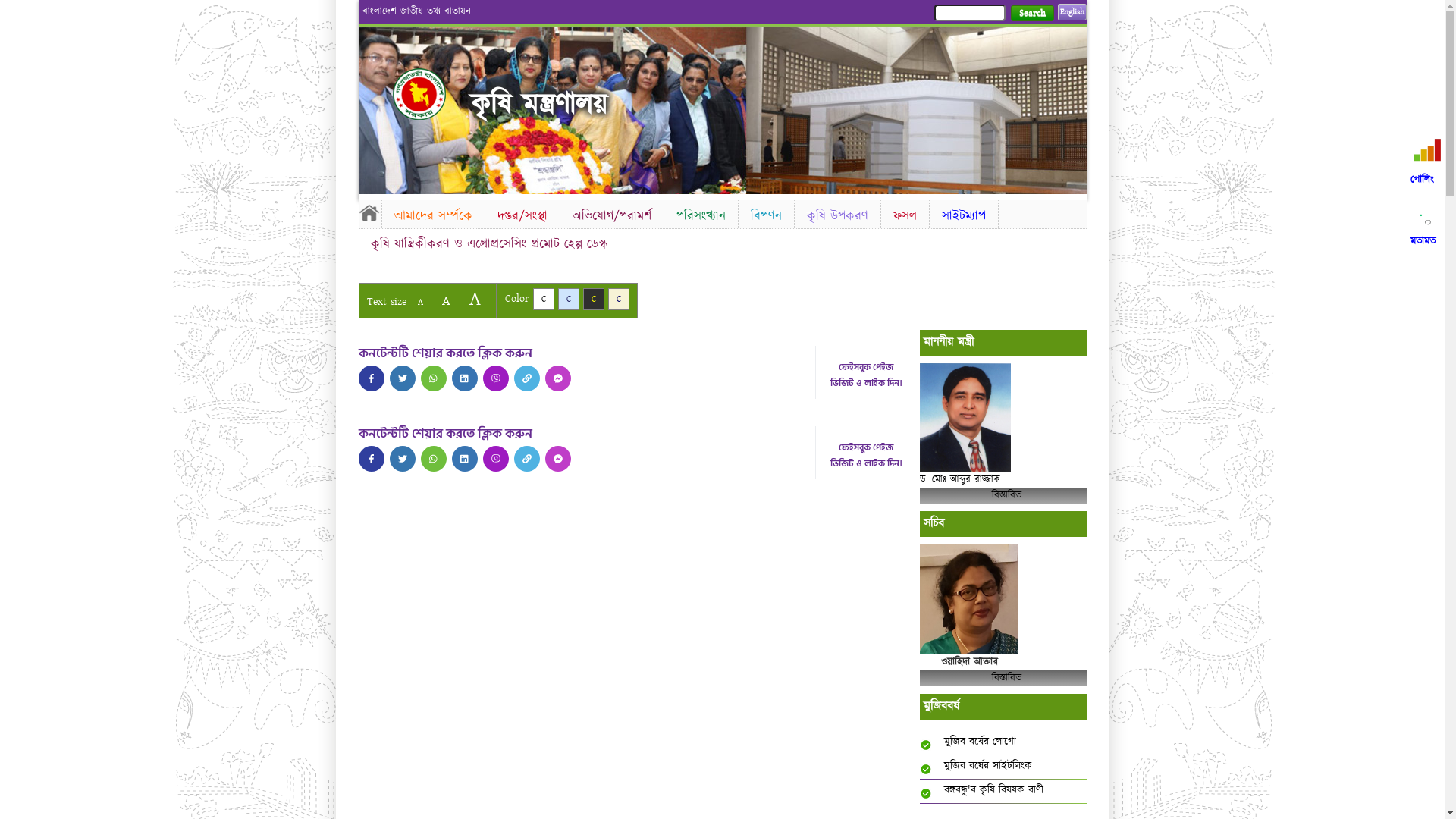 The image size is (1456, 819). I want to click on 'C', so click(592, 299).